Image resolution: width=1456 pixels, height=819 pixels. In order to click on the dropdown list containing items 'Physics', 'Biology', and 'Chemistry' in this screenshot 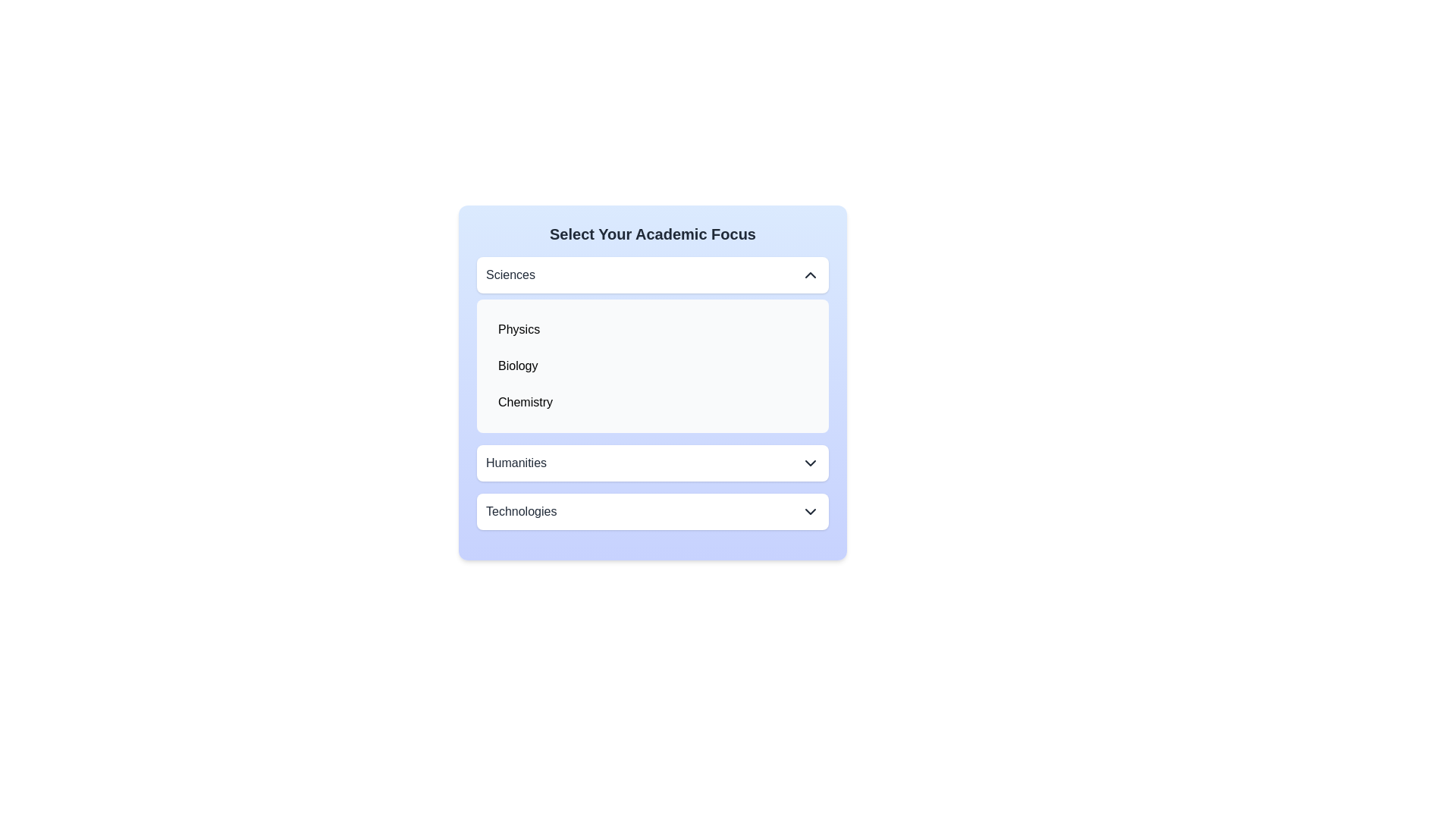, I will do `click(652, 366)`.